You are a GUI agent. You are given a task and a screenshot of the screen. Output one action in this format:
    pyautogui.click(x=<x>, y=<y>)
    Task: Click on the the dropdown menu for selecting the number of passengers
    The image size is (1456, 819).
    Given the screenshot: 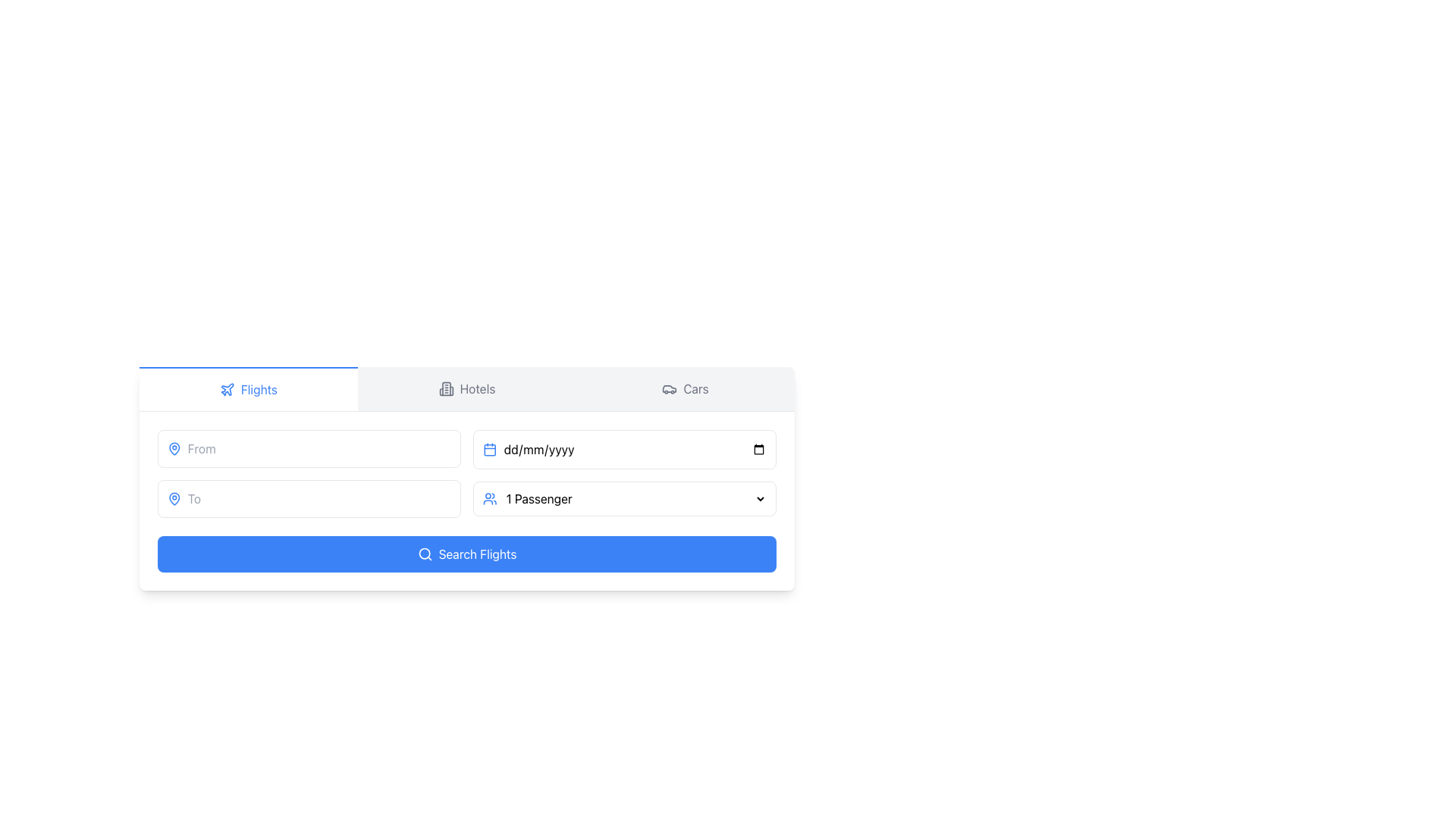 What is the action you would take?
    pyautogui.click(x=635, y=499)
    